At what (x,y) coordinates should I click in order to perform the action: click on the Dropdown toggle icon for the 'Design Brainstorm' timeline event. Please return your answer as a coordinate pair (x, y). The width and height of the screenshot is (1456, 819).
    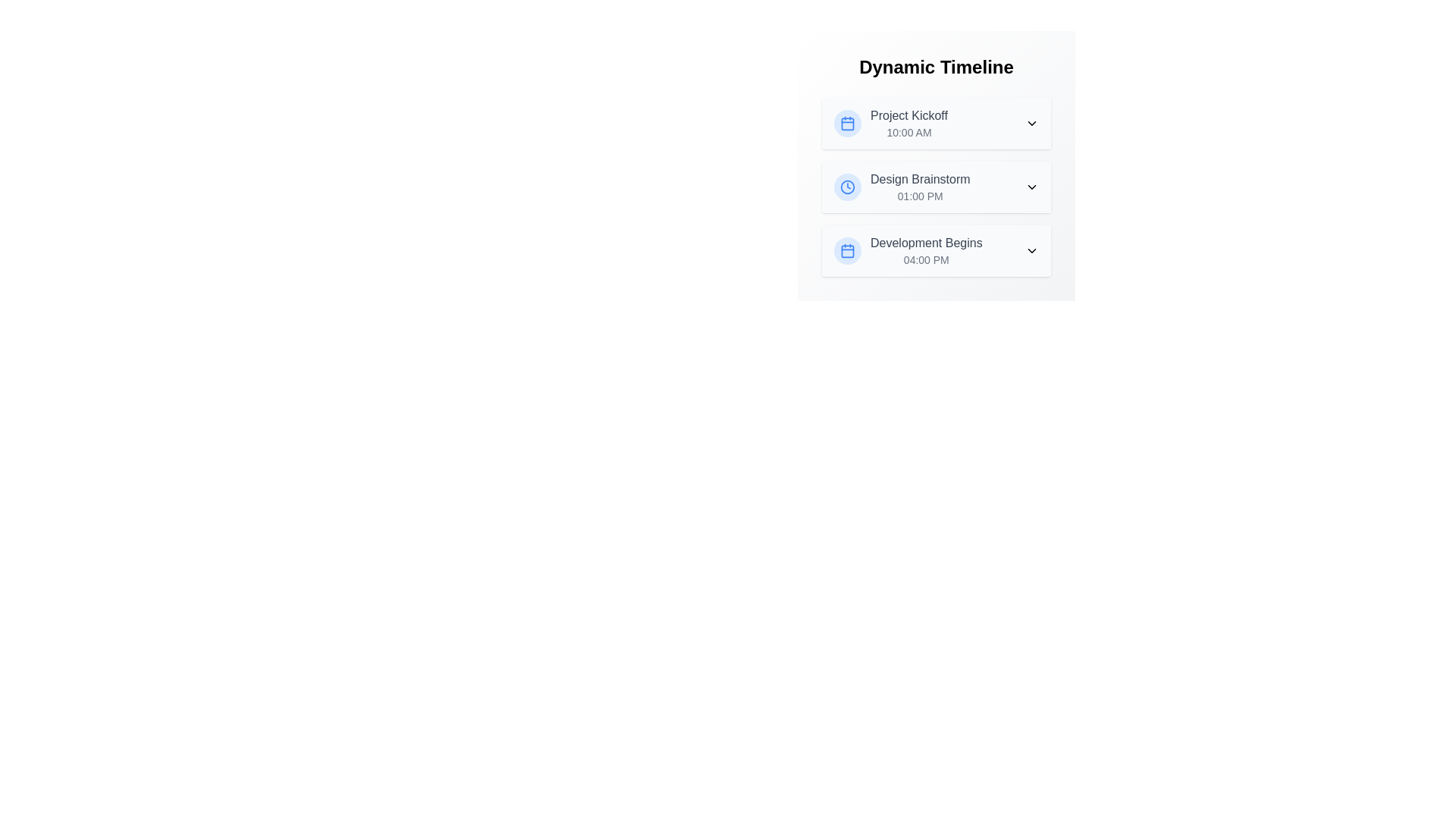
    Looking at the image, I should click on (1031, 186).